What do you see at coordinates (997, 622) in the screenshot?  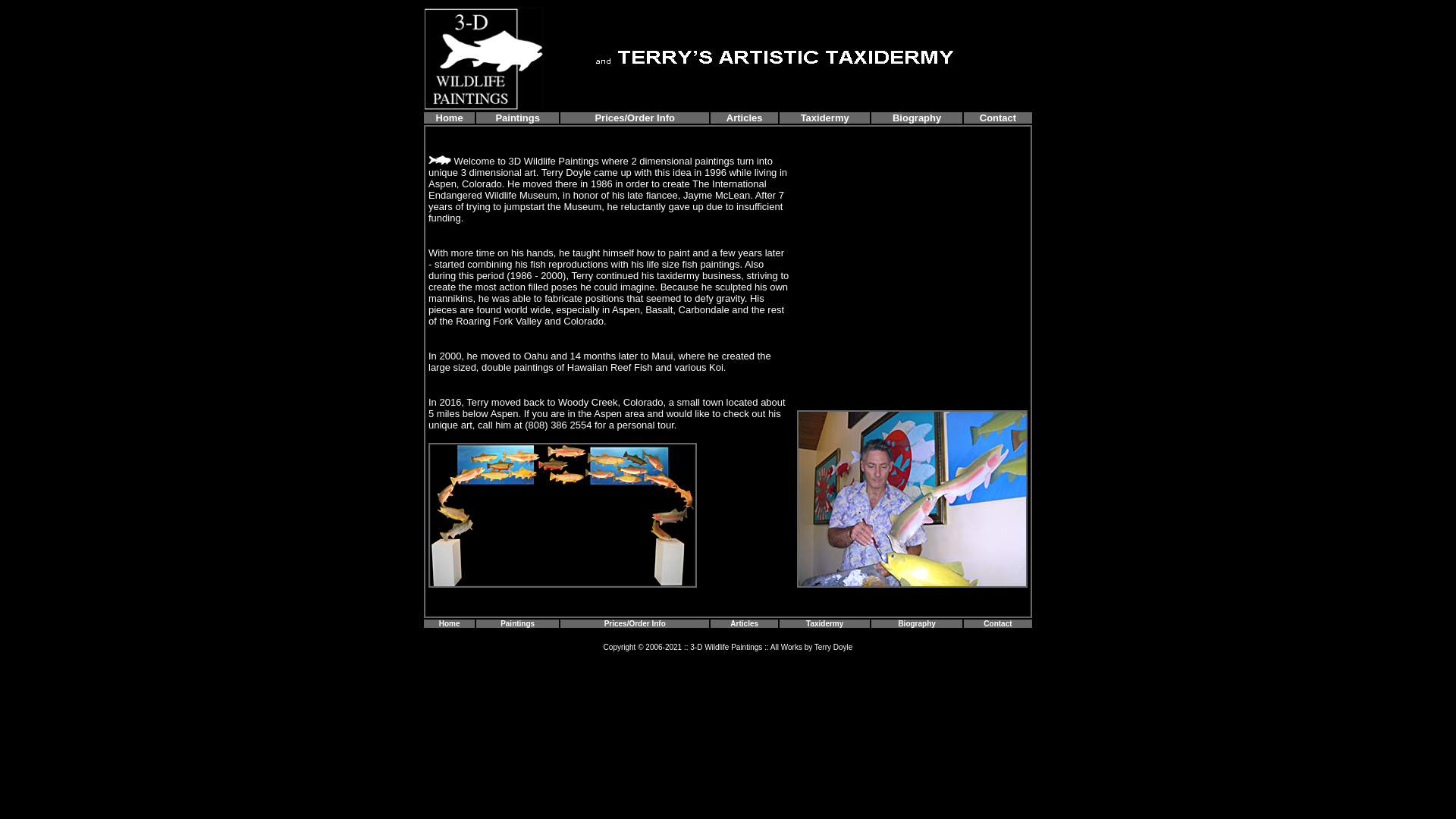 I see `'Contact'` at bounding box center [997, 622].